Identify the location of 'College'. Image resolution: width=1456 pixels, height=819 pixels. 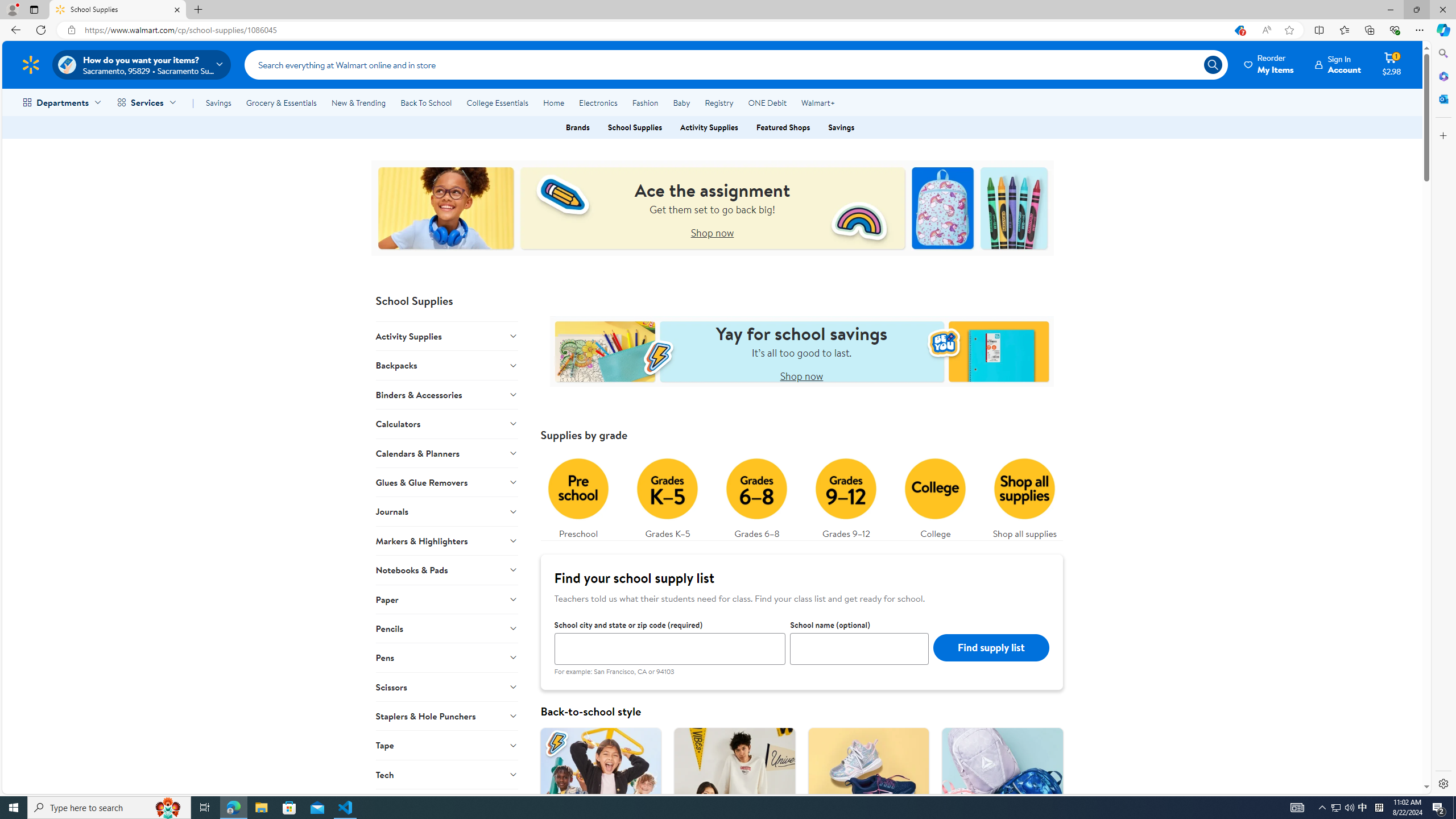
(934, 495).